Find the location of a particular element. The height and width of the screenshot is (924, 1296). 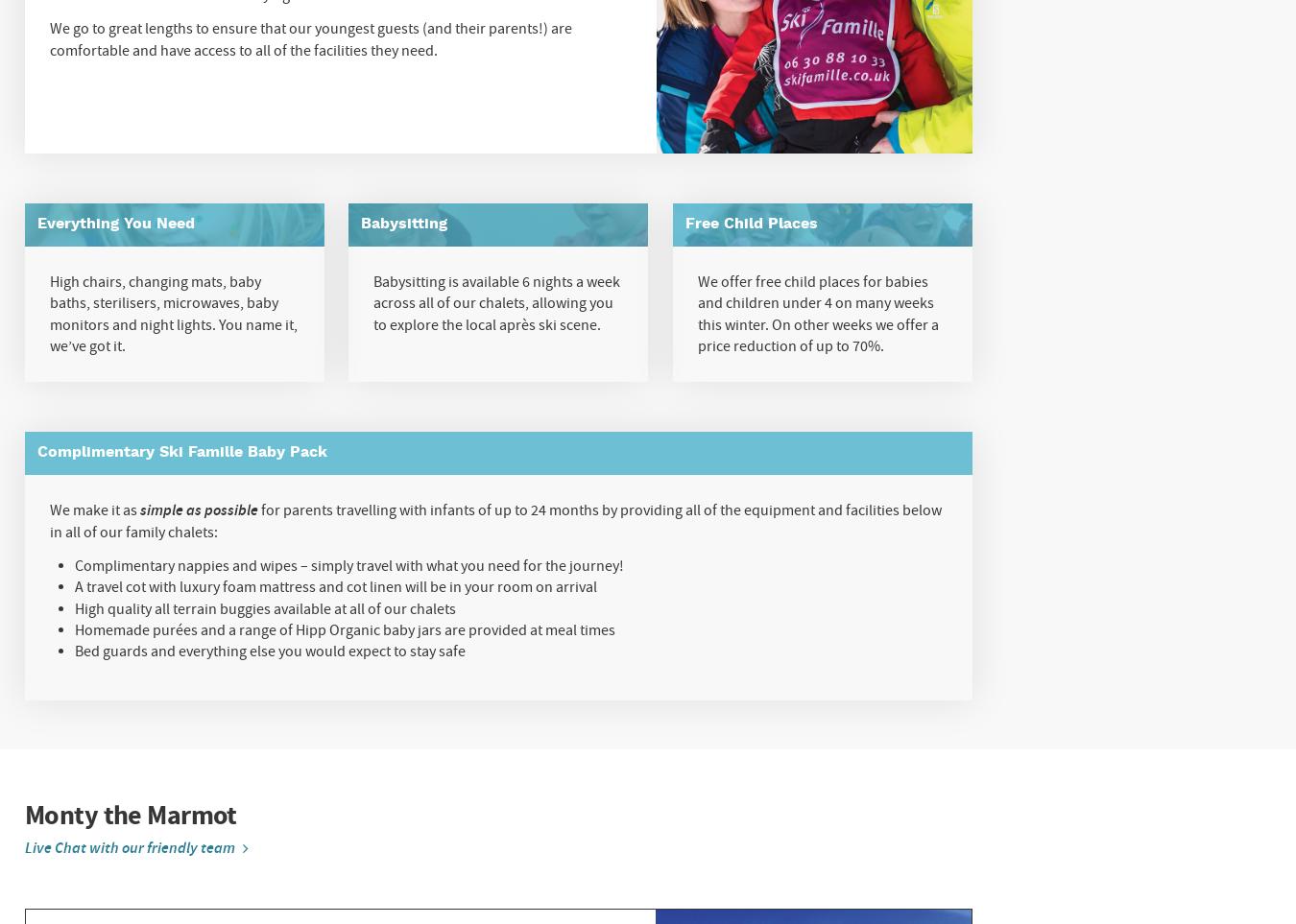

'Complimentary Ski Famille Baby Pack' is located at coordinates (181, 451).